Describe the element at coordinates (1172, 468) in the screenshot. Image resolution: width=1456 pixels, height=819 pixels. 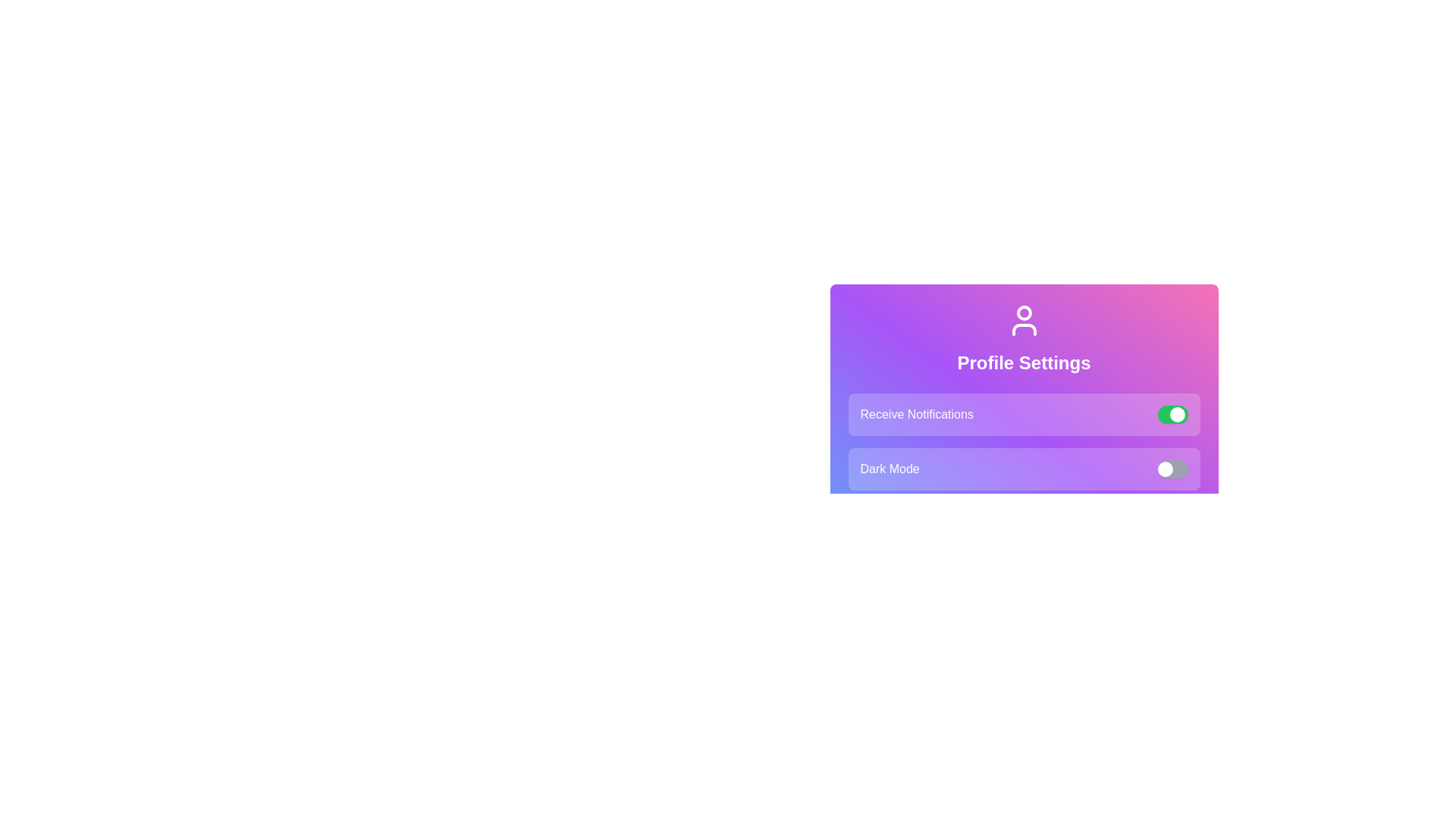
I see `the toggle switch for Dark Mode` at that location.